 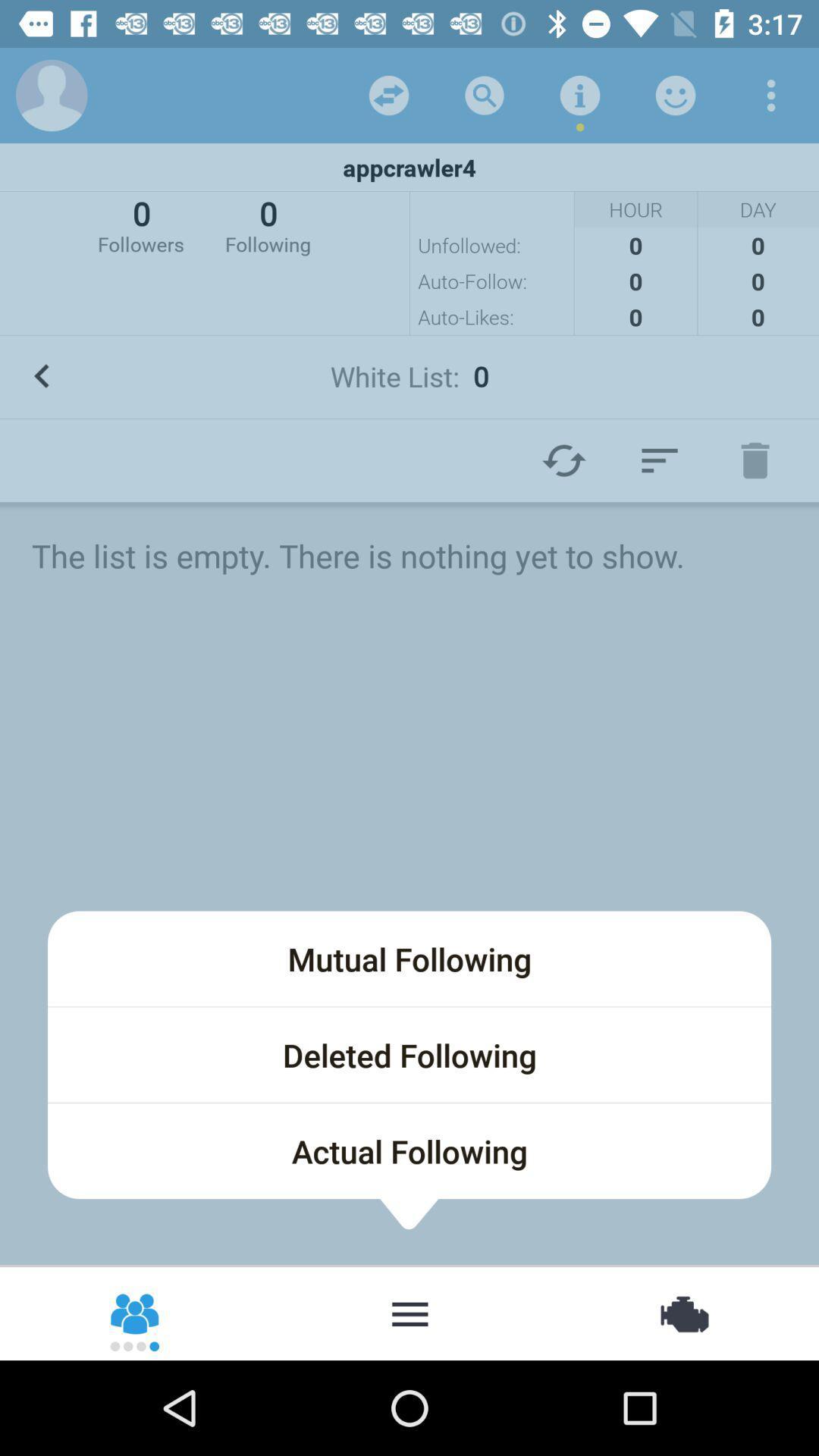 What do you see at coordinates (140, 224) in the screenshot?
I see `the 0` at bounding box center [140, 224].